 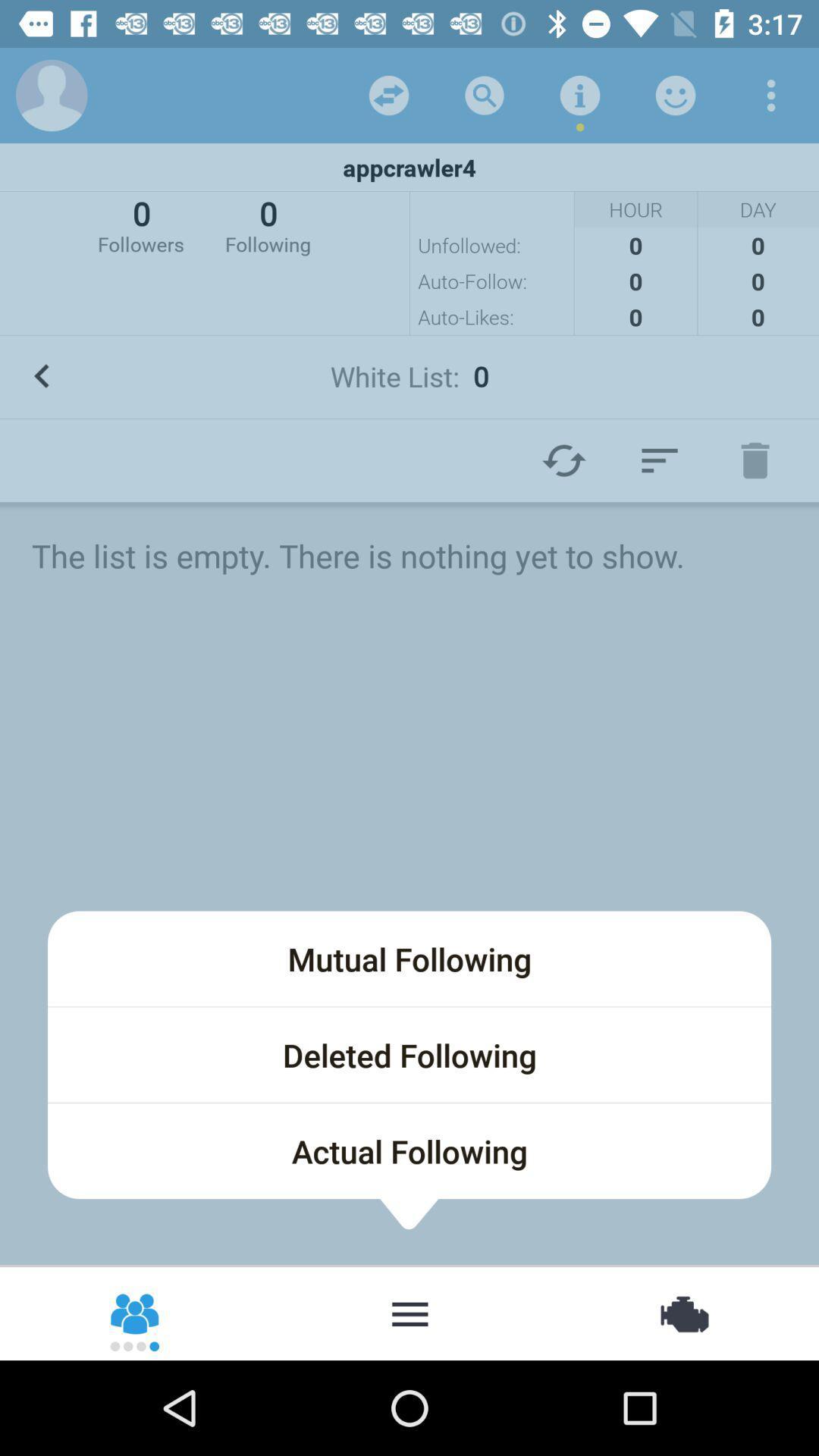 What do you see at coordinates (140, 224) in the screenshot?
I see `the 0` at bounding box center [140, 224].